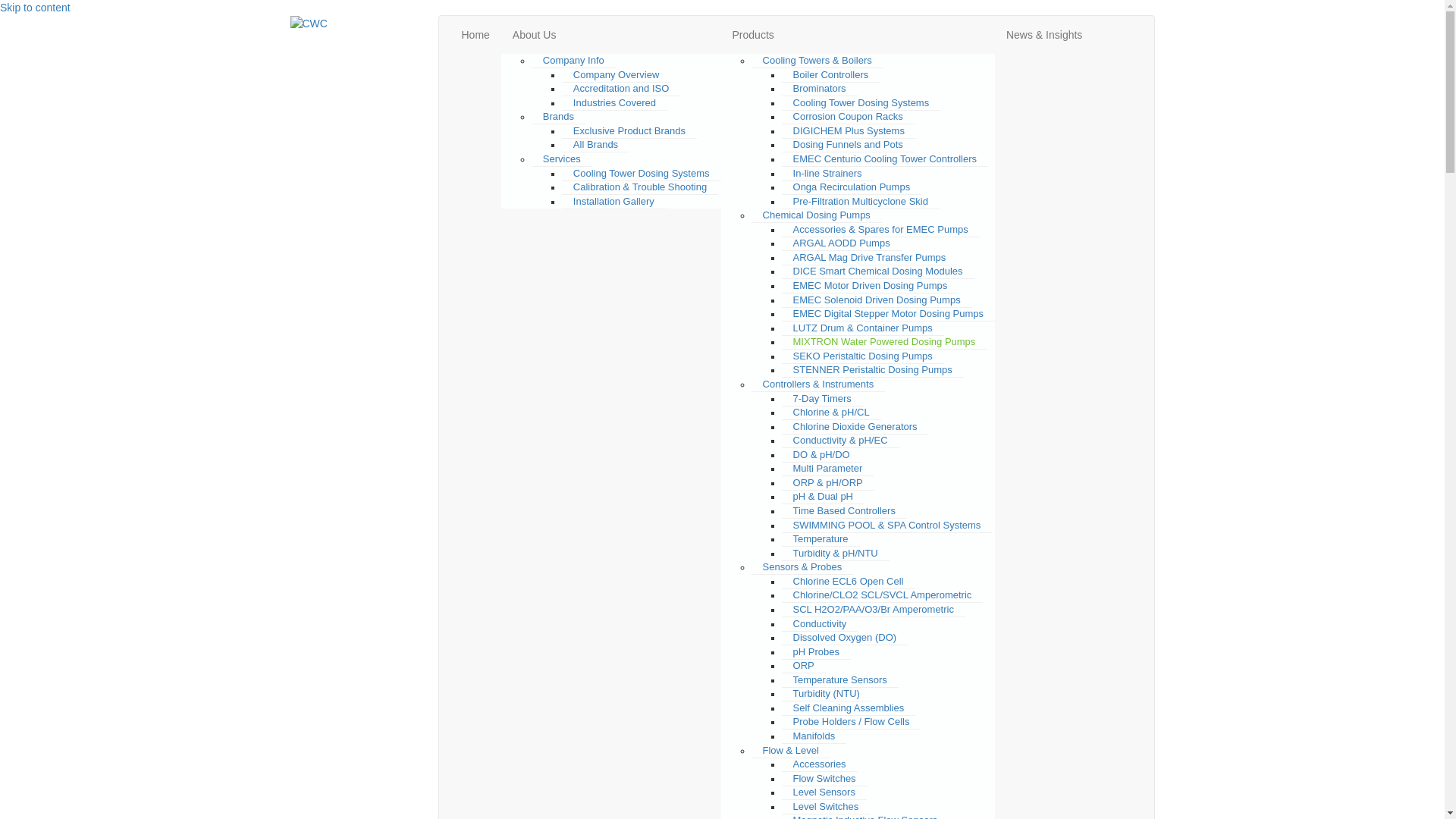 The image size is (1456, 819). Describe the element at coordinates (822, 497) in the screenshot. I see `'pH & Dual pH'` at that location.